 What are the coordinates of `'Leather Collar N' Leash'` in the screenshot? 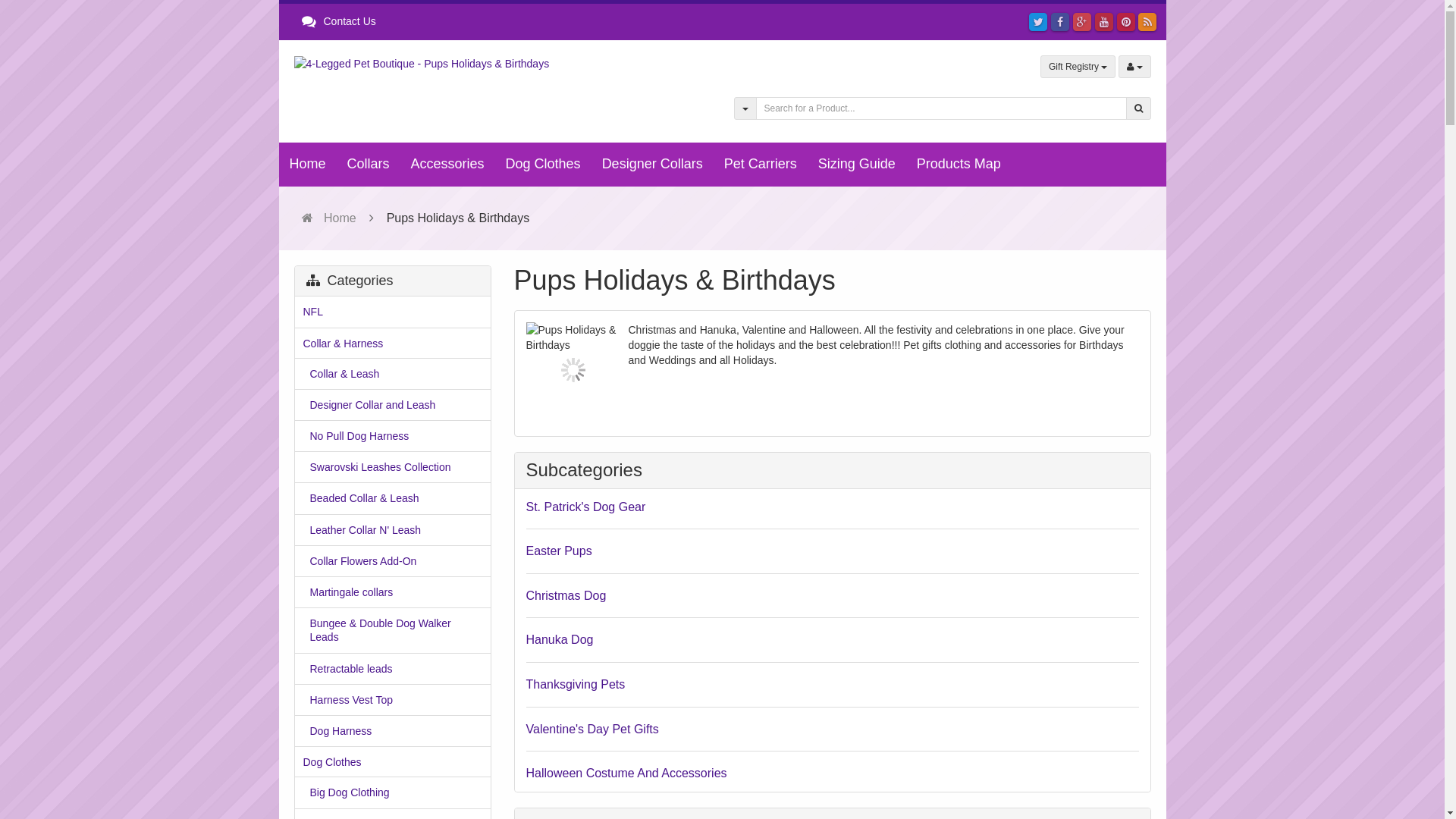 It's located at (294, 529).